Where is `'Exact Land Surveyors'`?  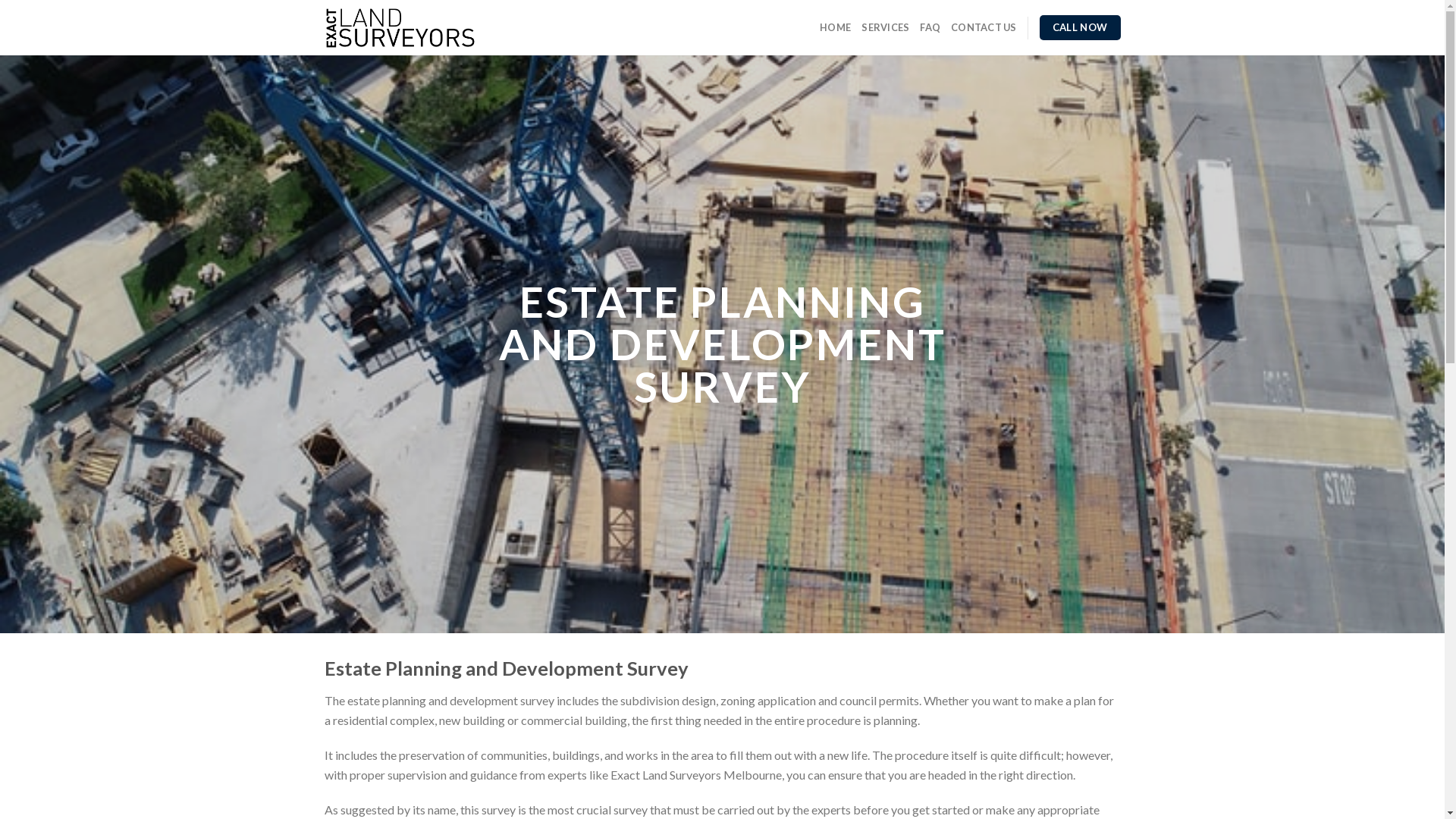 'Exact Land Surveyors' is located at coordinates (323, 28).